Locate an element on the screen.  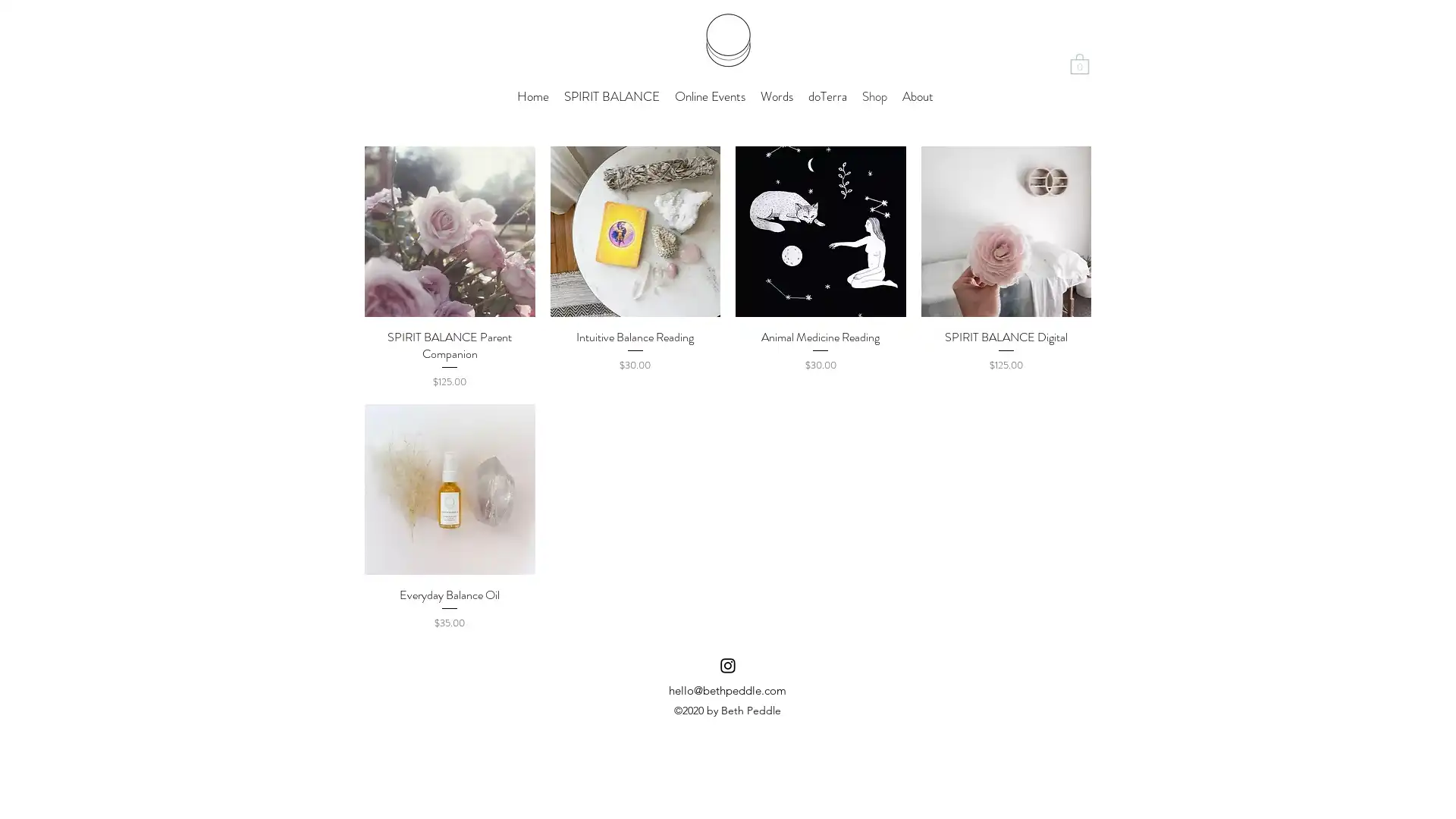
Cart with 0 items is located at coordinates (1079, 62).